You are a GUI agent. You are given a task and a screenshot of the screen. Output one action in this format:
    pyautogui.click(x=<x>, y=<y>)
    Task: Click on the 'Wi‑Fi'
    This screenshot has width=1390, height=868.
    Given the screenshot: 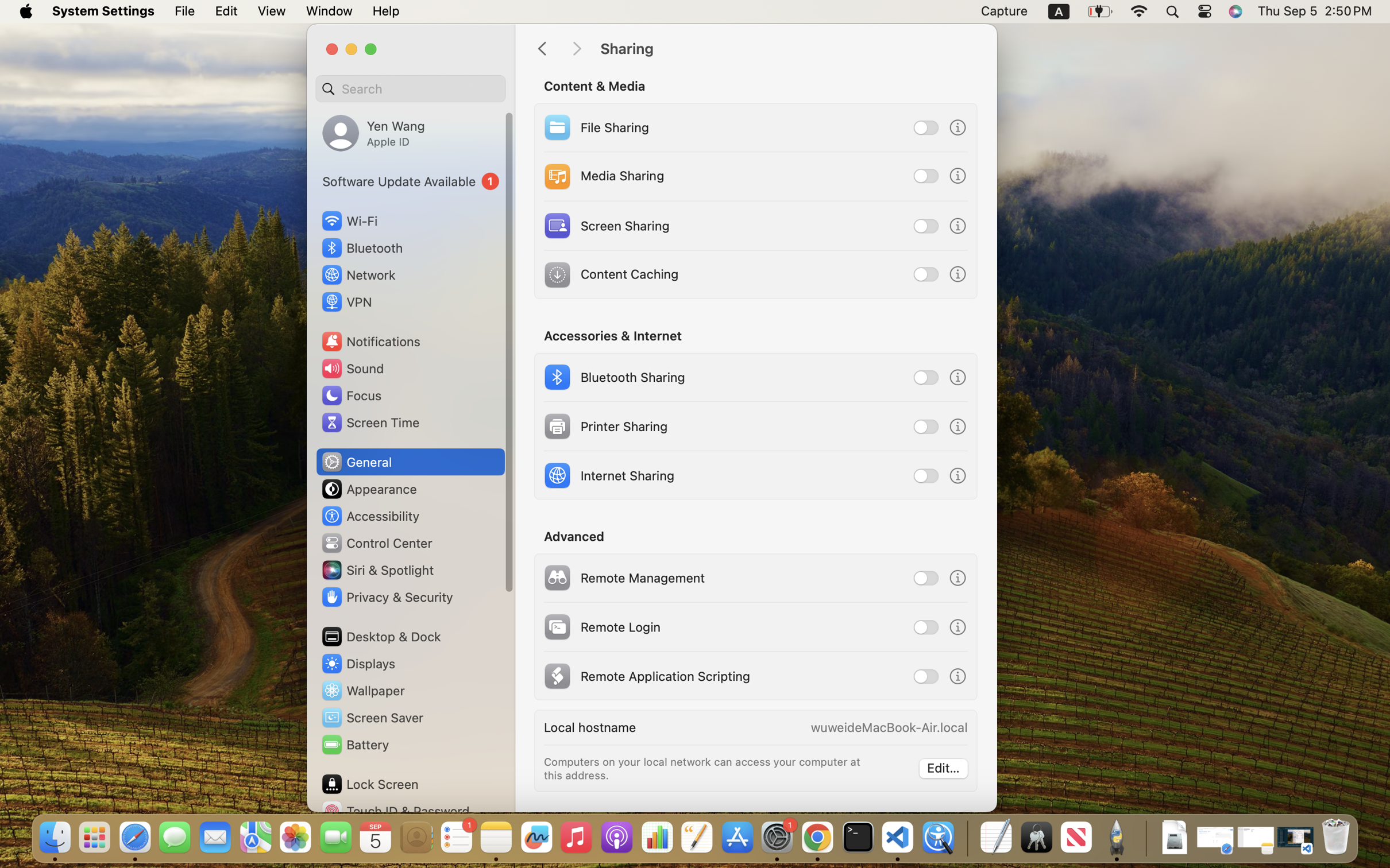 What is the action you would take?
    pyautogui.click(x=349, y=220)
    